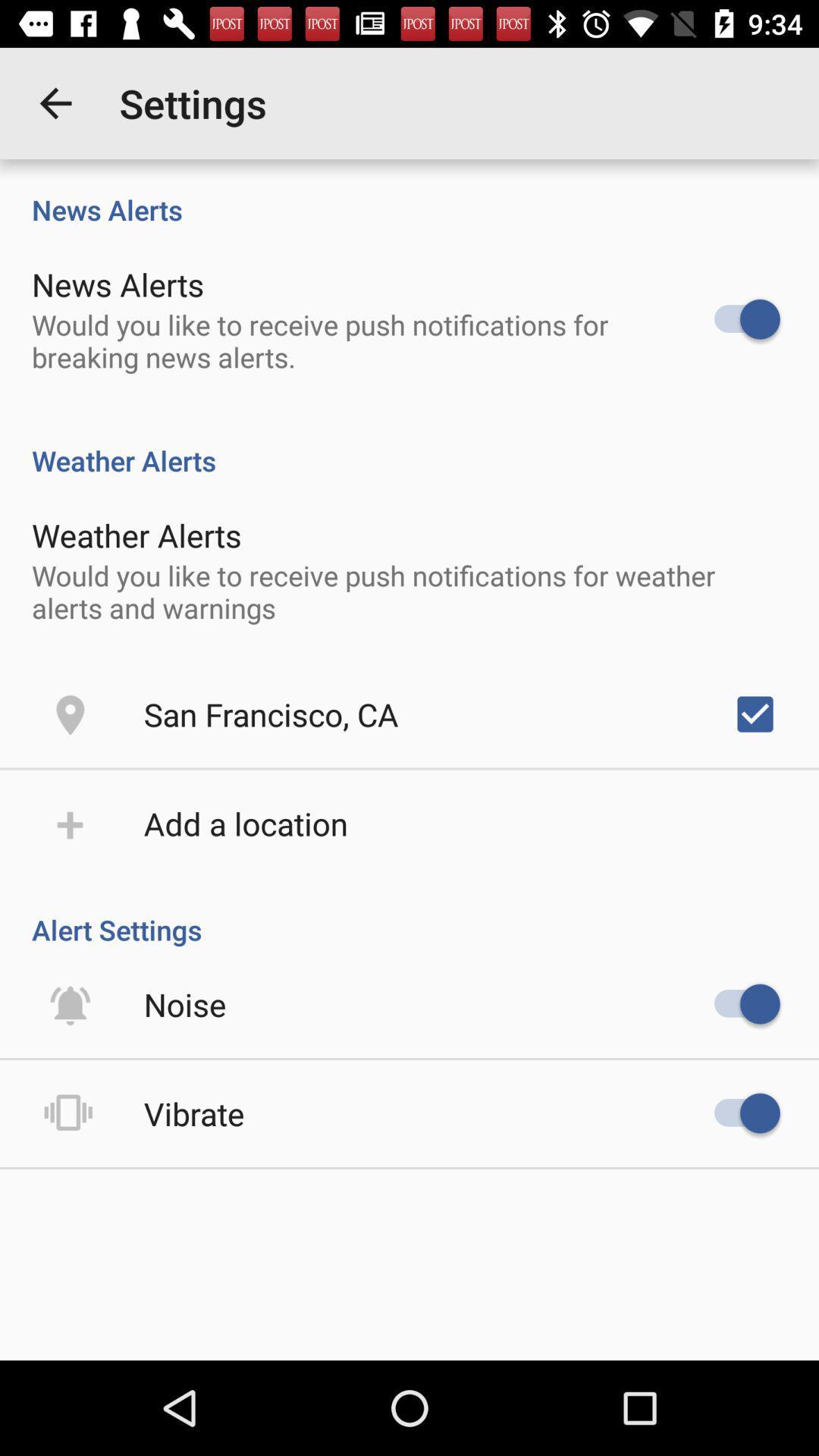 Image resolution: width=819 pixels, height=1456 pixels. Describe the element at coordinates (245, 822) in the screenshot. I see `the item below the san francisco, ca item` at that location.